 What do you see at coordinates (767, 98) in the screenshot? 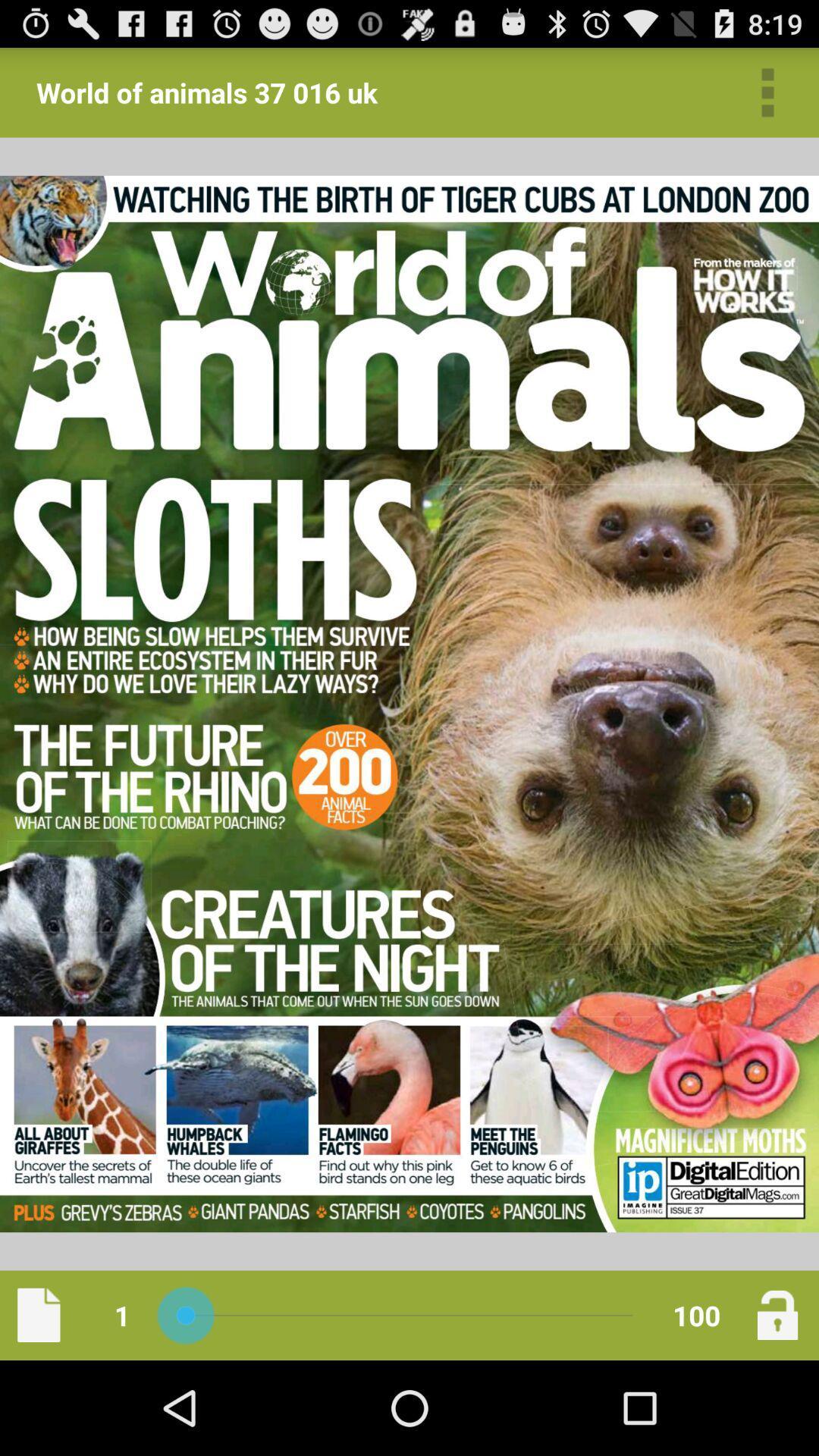
I see `the more icon` at bounding box center [767, 98].